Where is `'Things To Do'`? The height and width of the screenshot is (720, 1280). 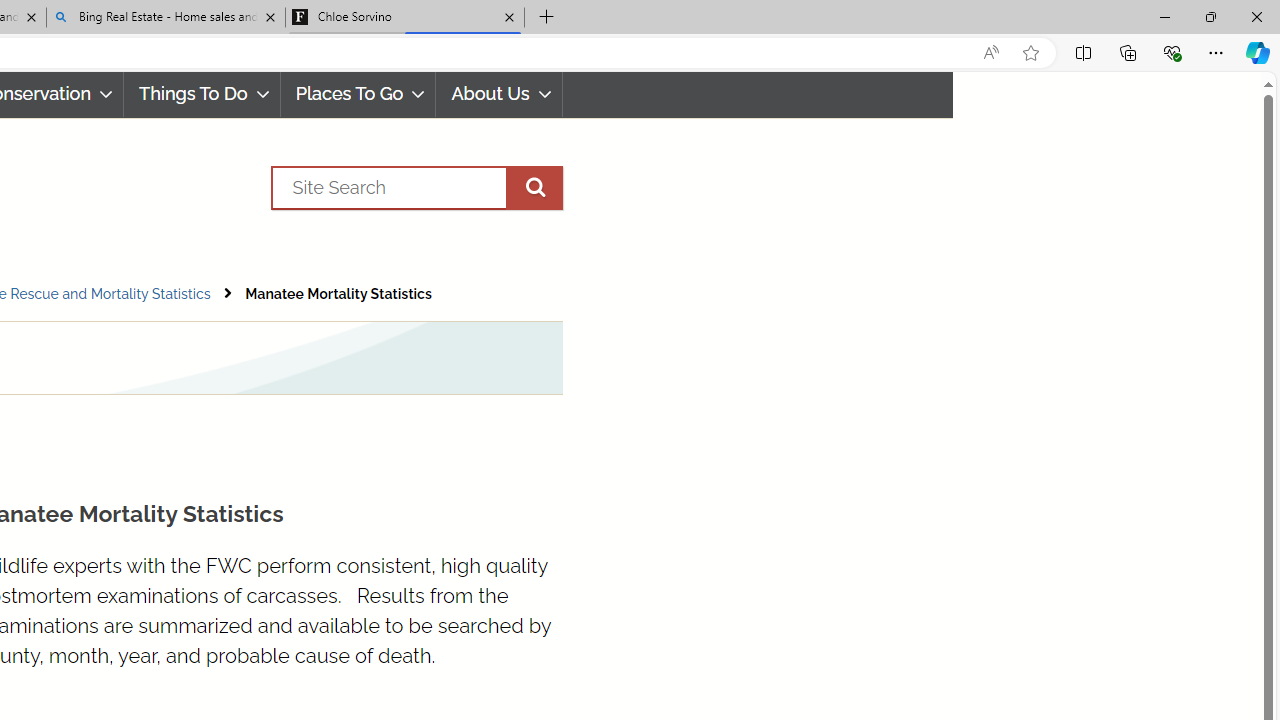
'Things To Do' is located at coordinates (202, 94).